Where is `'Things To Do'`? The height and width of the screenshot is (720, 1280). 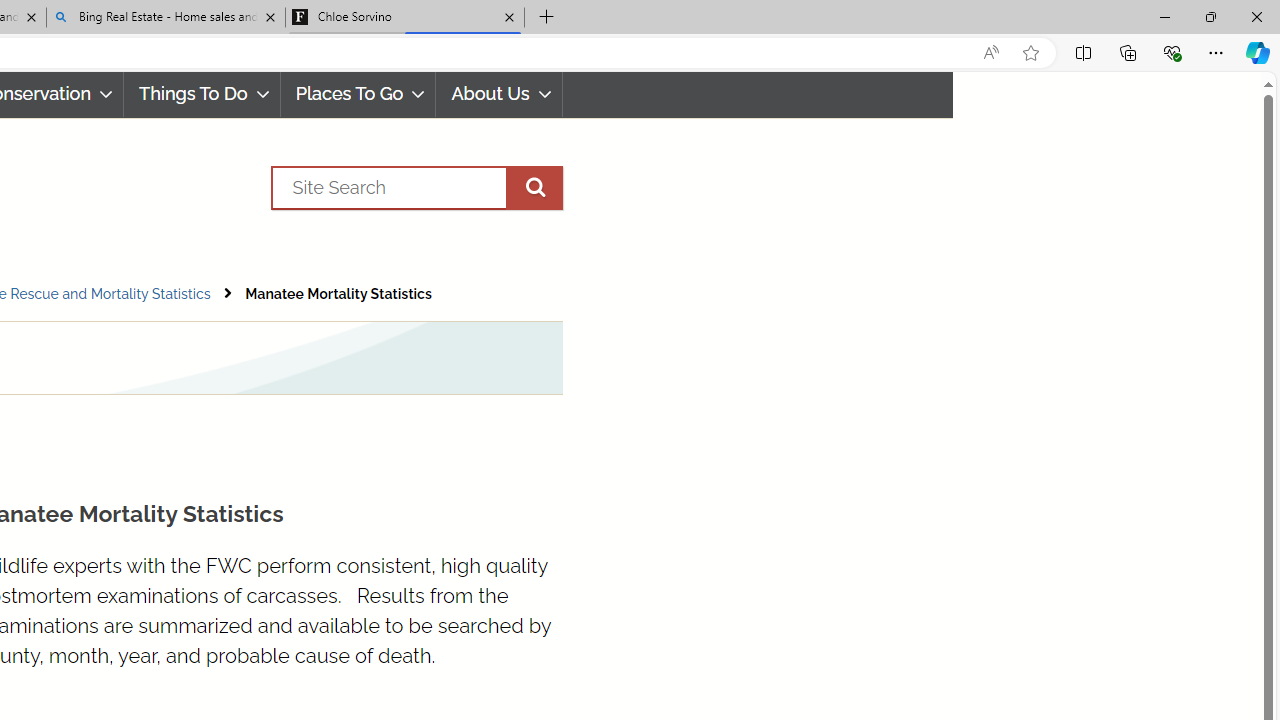
'Things To Do' is located at coordinates (202, 94).